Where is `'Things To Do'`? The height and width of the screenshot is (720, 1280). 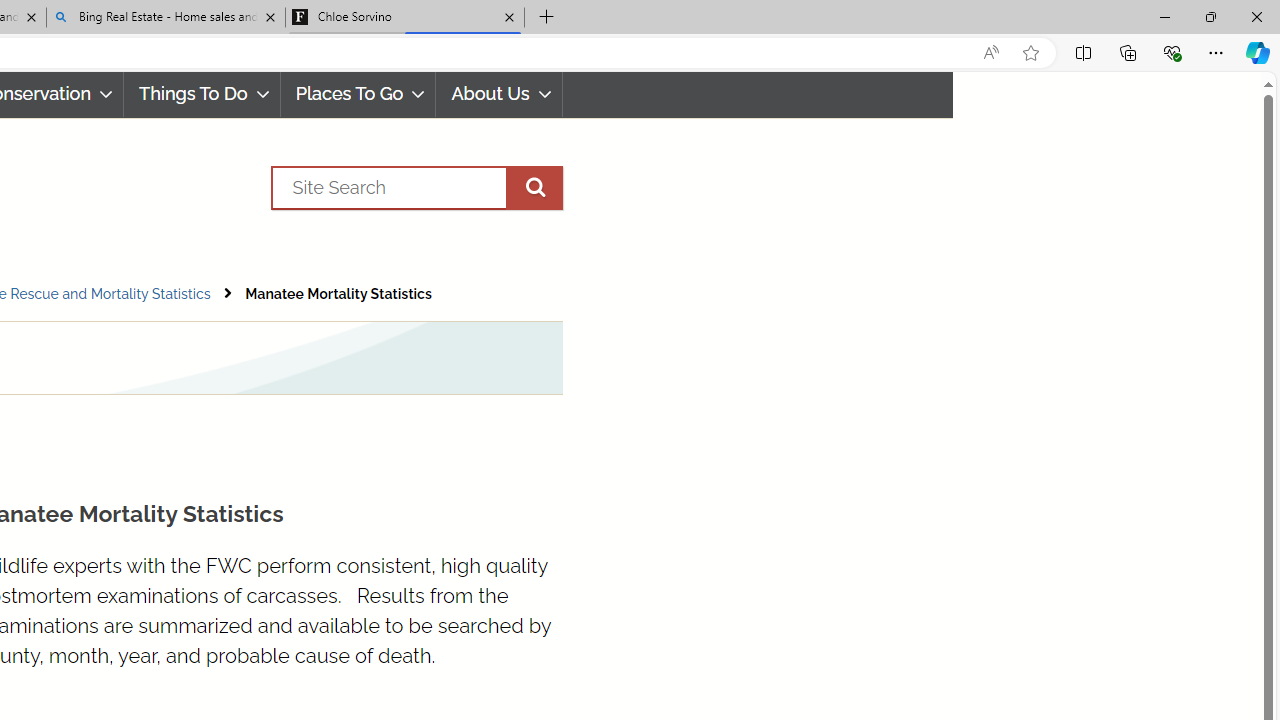
'Things To Do' is located at coordinates (202, 94).